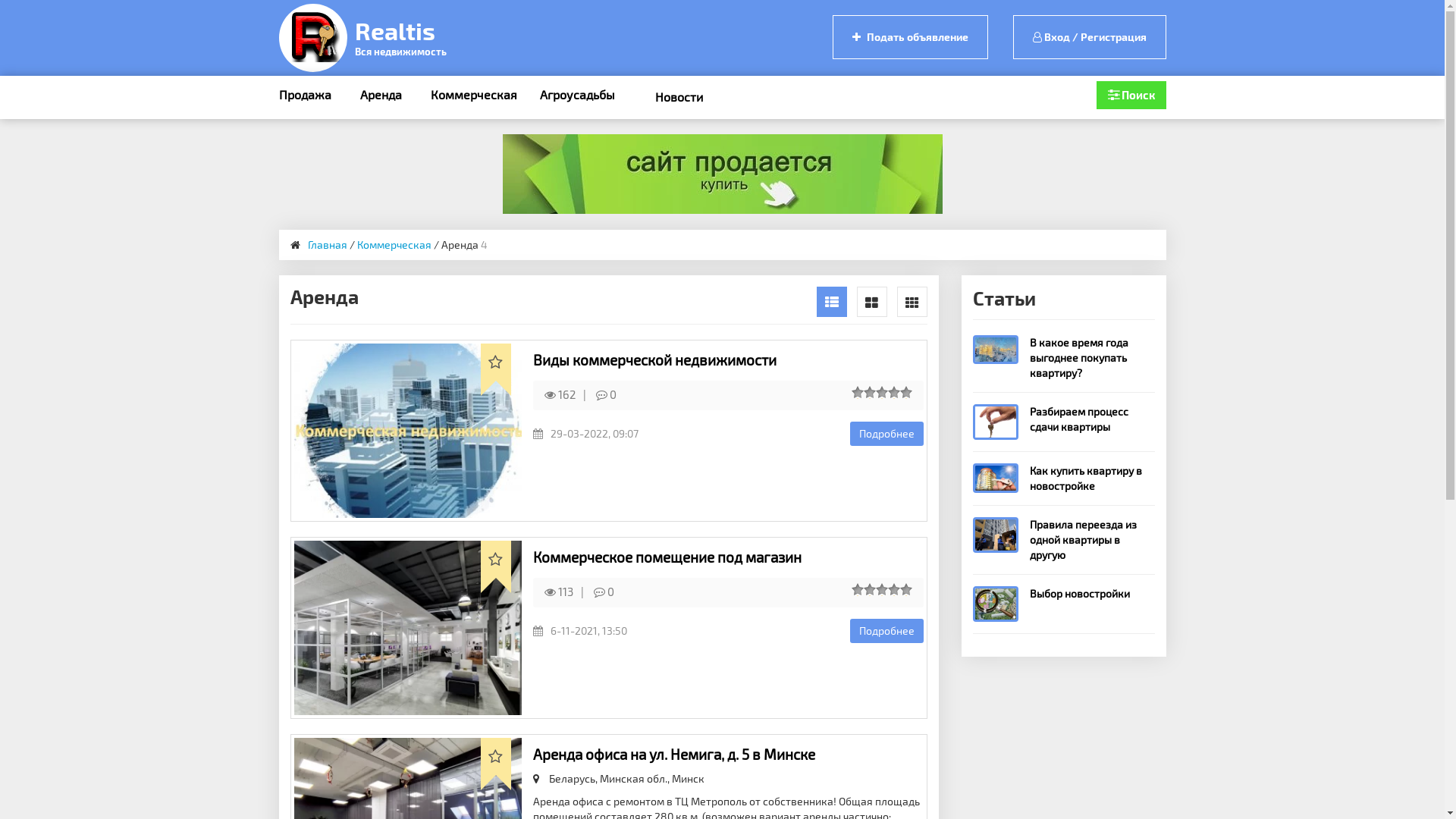 This screenshot has width=1456, height=819. What do you see at coordinates (883, 391) in the screenshot?
I see `'3'` at bounding box center [883, 391].